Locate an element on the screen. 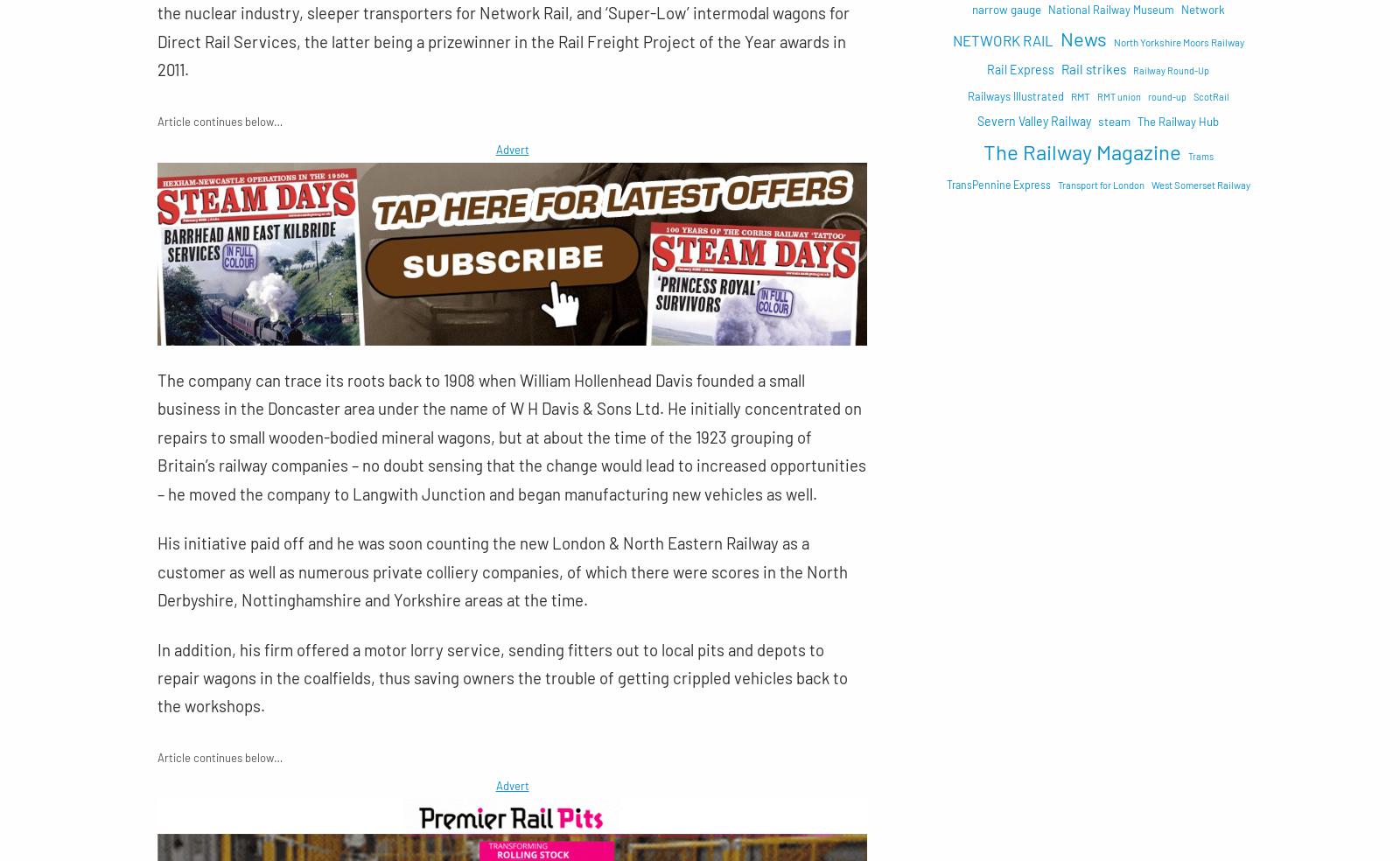 The image size is (1400, 861). 'round-up' is located at coordinates (1165, 94).